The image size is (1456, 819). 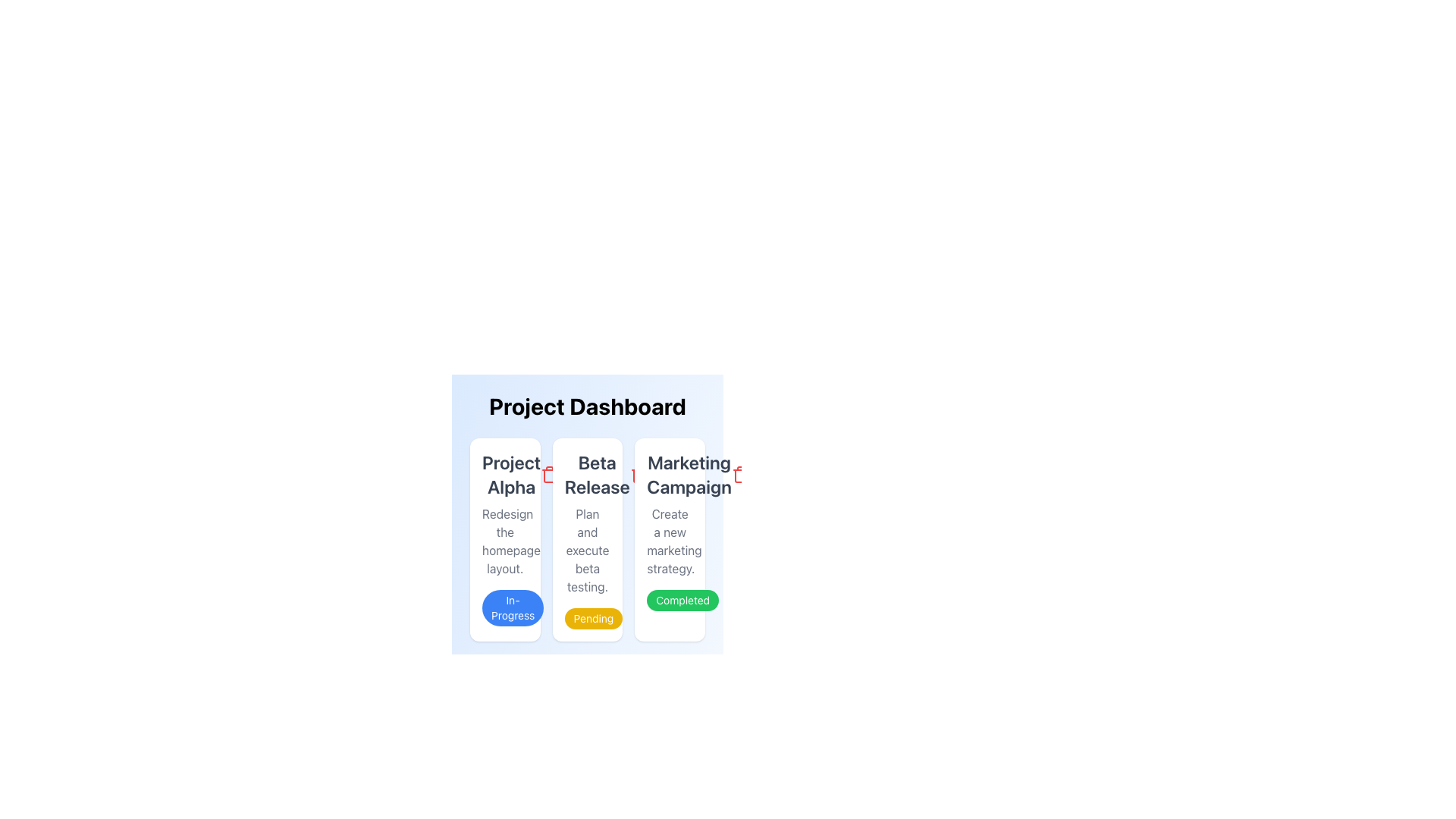 I want to click on the text label titled 'Marketing Campaign', which is located in the third column of the card layout under the 'Project Dashboard' header, so click(x=689, y=473).